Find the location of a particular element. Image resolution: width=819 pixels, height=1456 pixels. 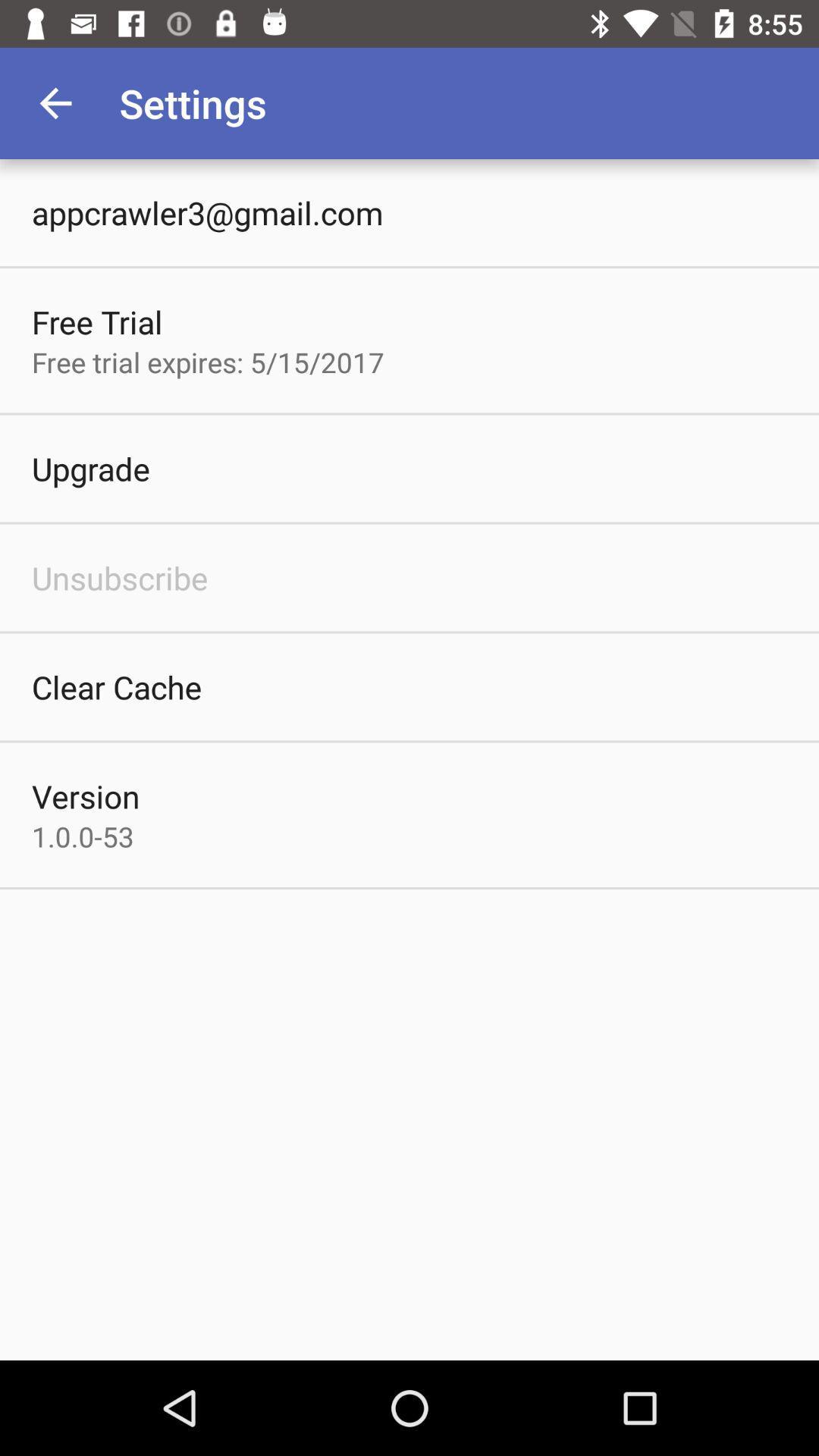

the upgrade is located at coordinates (90, 468).